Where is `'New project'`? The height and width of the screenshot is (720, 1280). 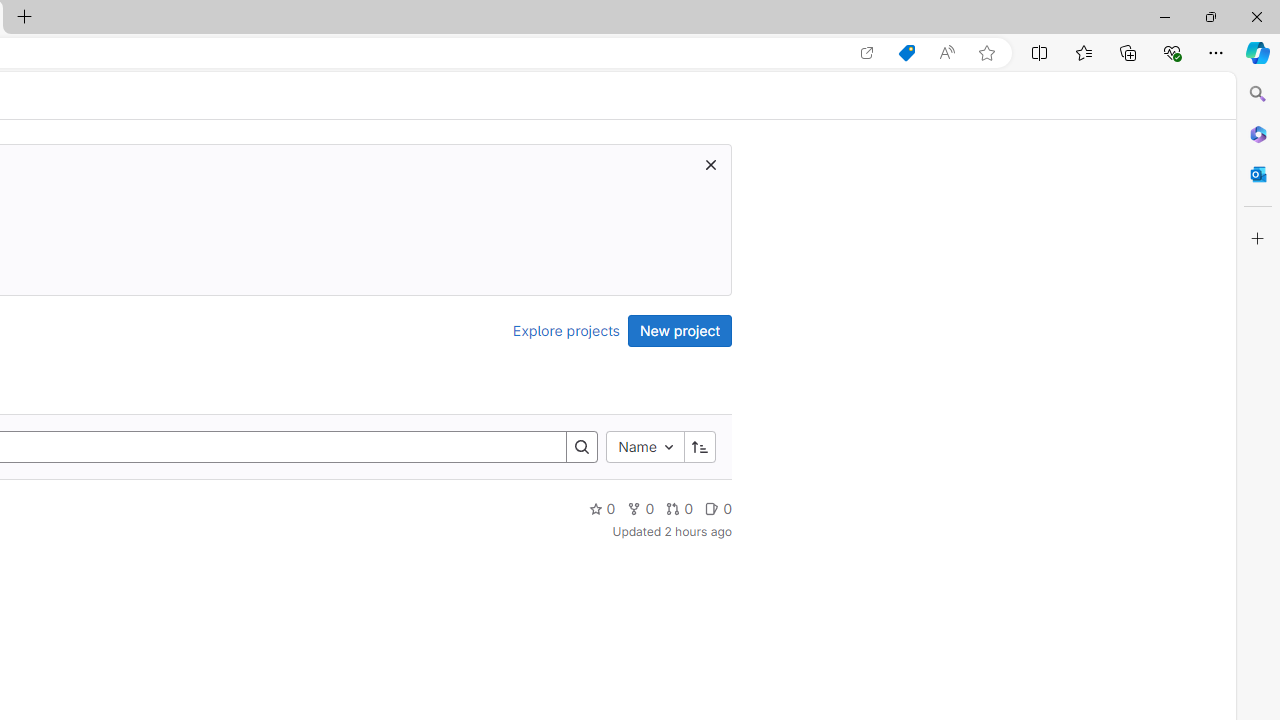 'New project' is located at coordinates (680, 329).